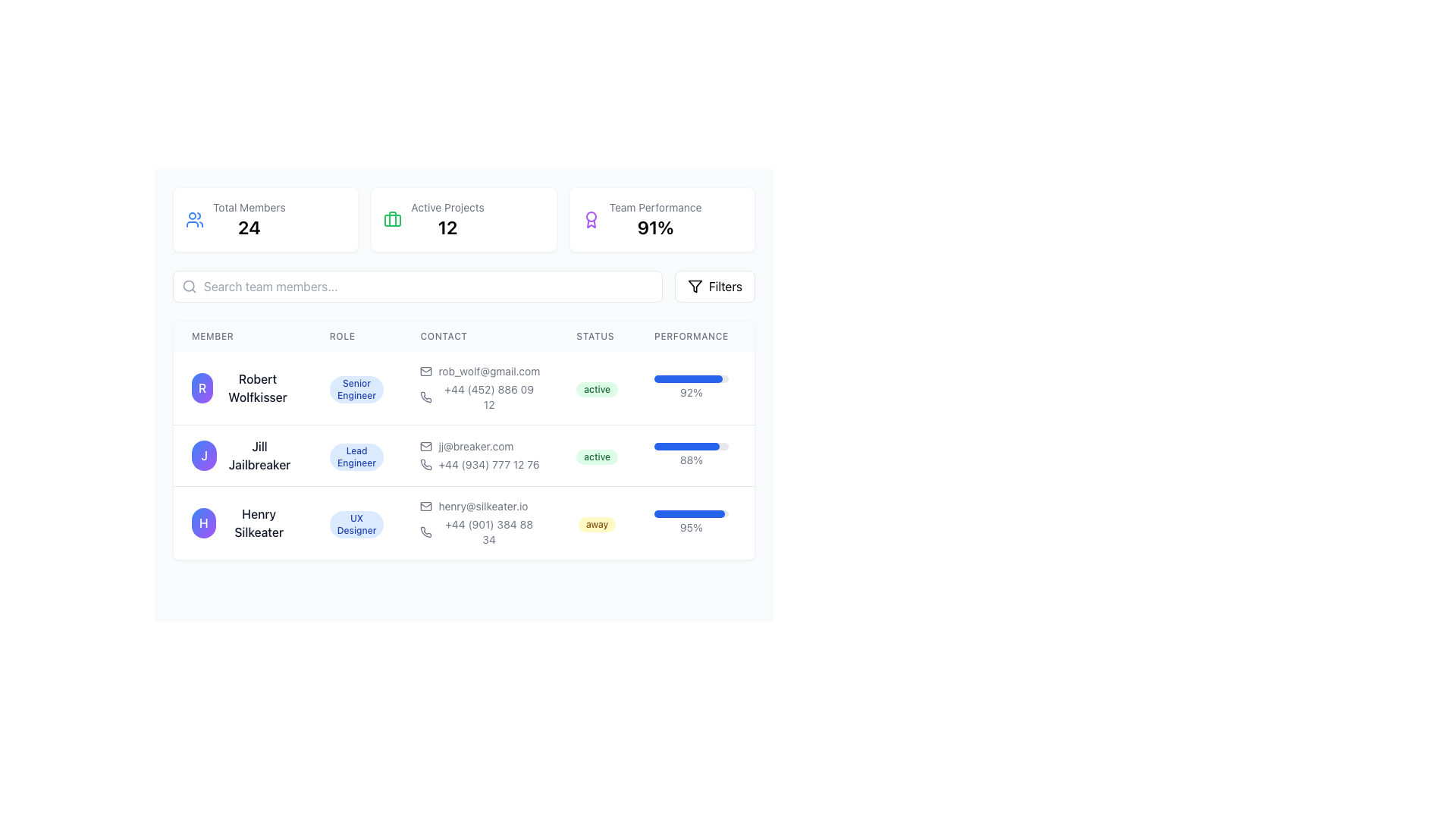 This screenshot has height=819, width=1456. Describe the element at coordinates (249, 219) in the screenshot. I see `displayed information from the 'Total Members' informational summary widget, which shows '24' in bold black font below the label in light gray font` at that location.